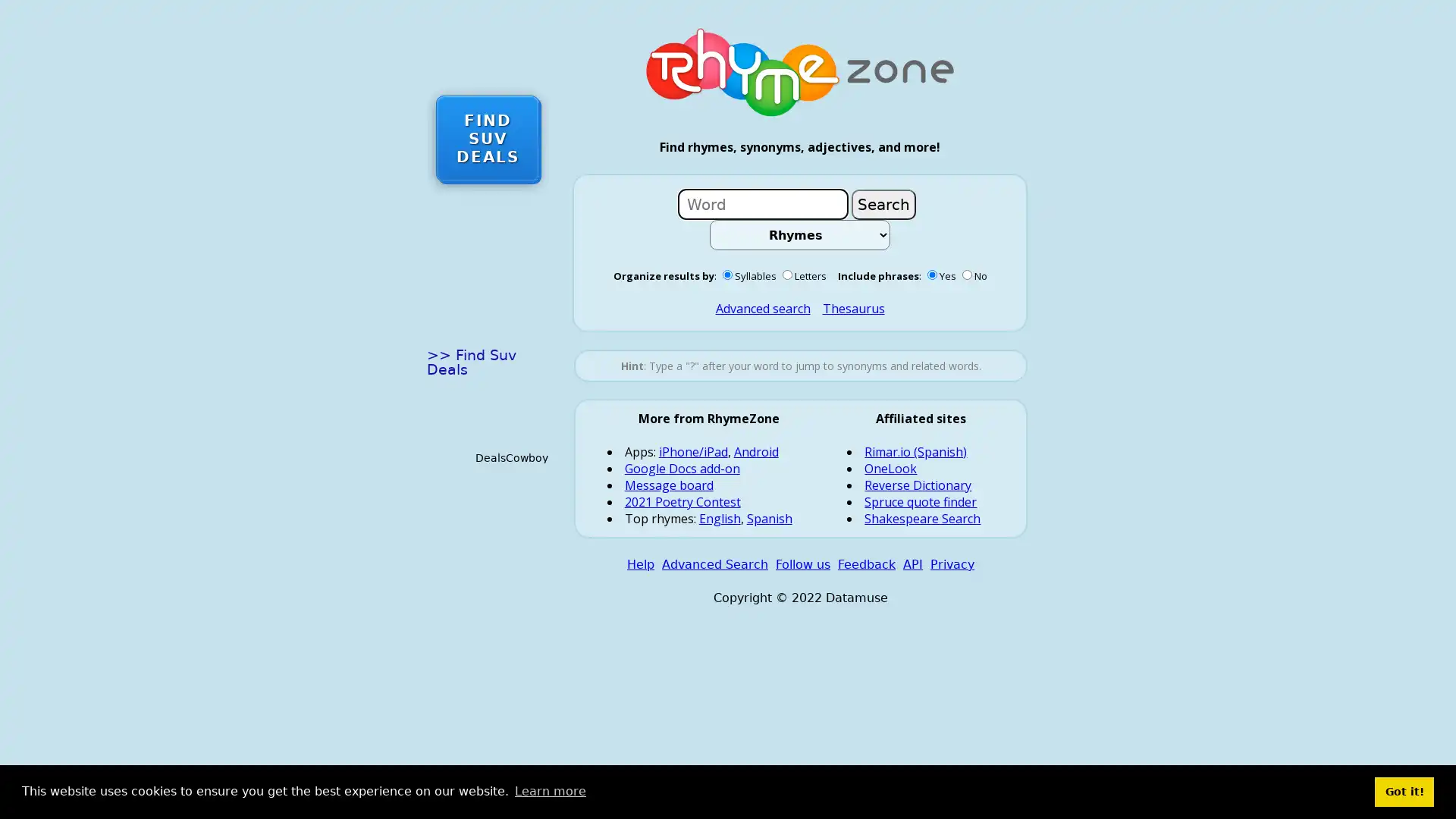  I want to click on dismiss cookie message, so click(1404, 791).